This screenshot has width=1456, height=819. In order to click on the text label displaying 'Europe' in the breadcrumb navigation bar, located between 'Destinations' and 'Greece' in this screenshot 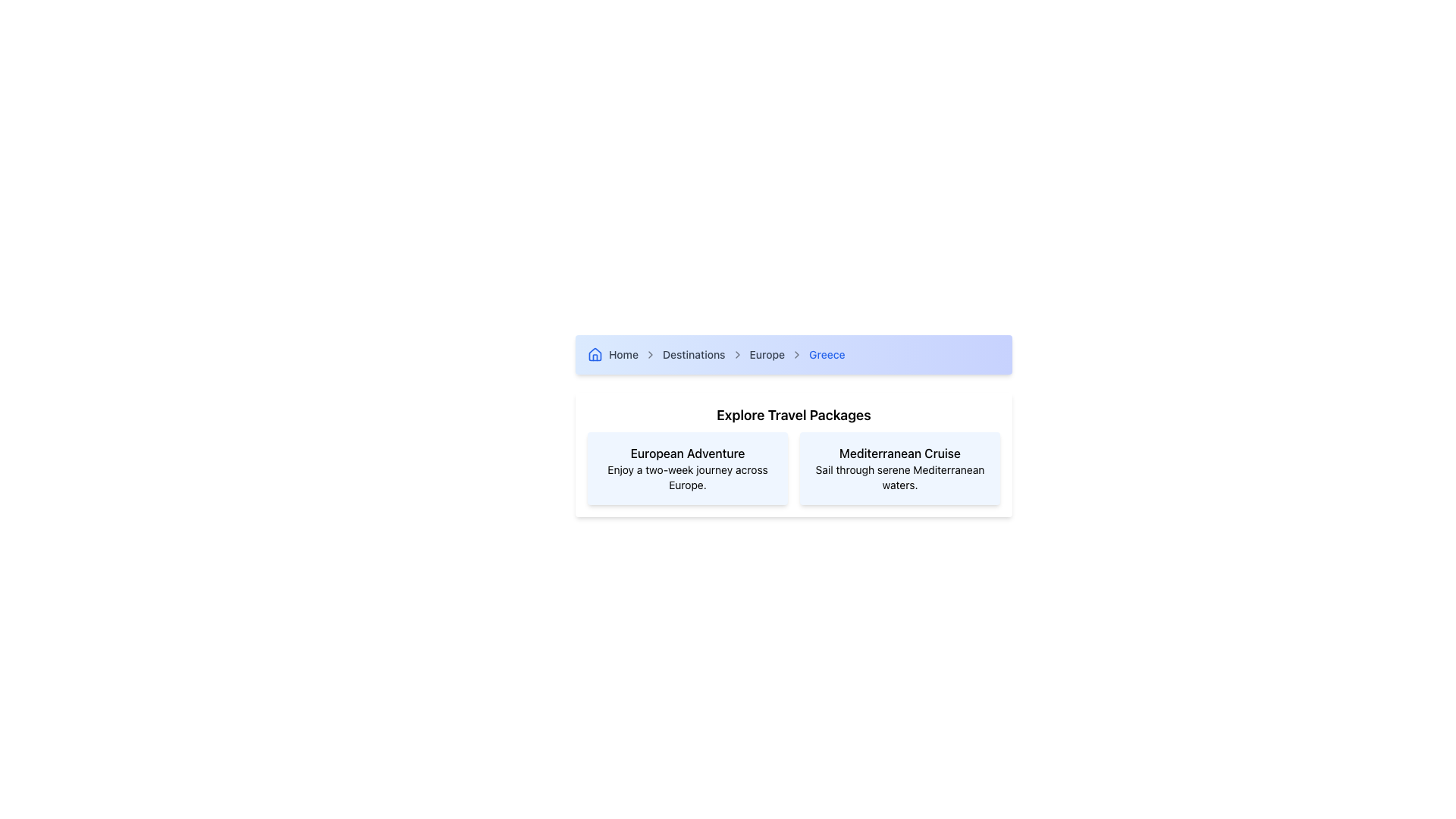, I will do `click(767, 354)`.